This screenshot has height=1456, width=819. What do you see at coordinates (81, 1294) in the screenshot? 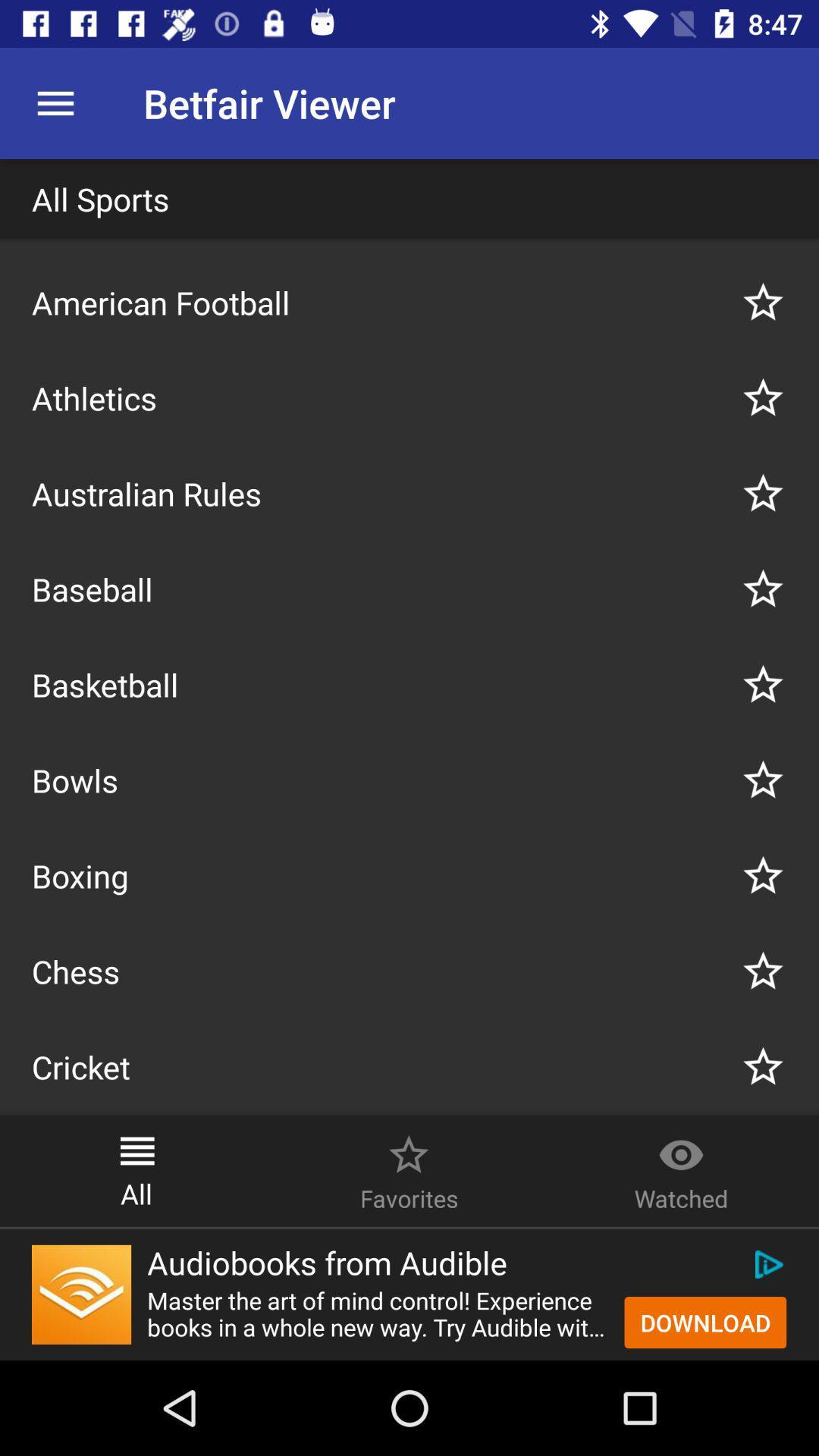
I see `the network_wifi icon` at bounding box center [81, 1294].